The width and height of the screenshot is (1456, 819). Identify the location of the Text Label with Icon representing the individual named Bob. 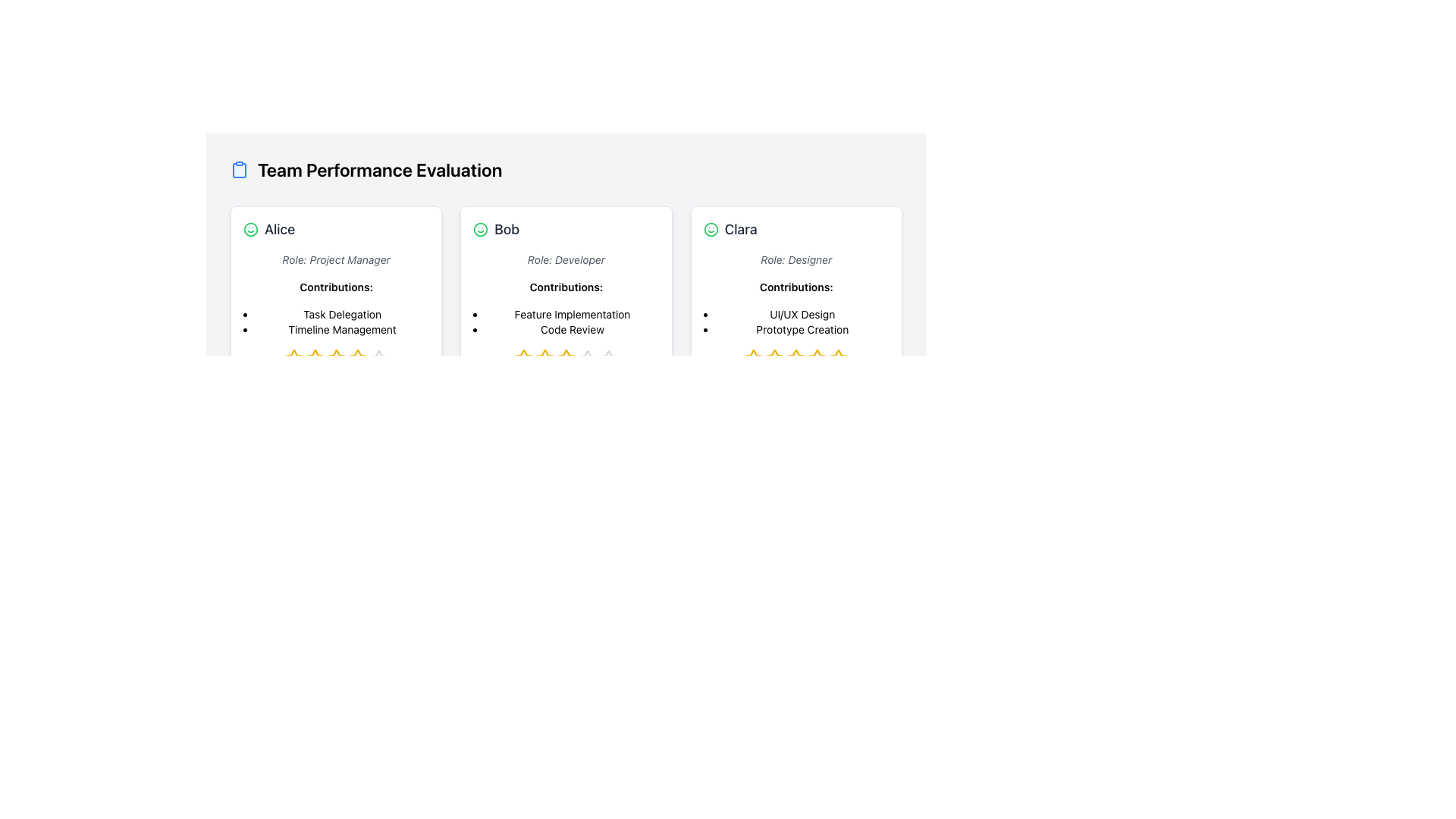
(566, 230).